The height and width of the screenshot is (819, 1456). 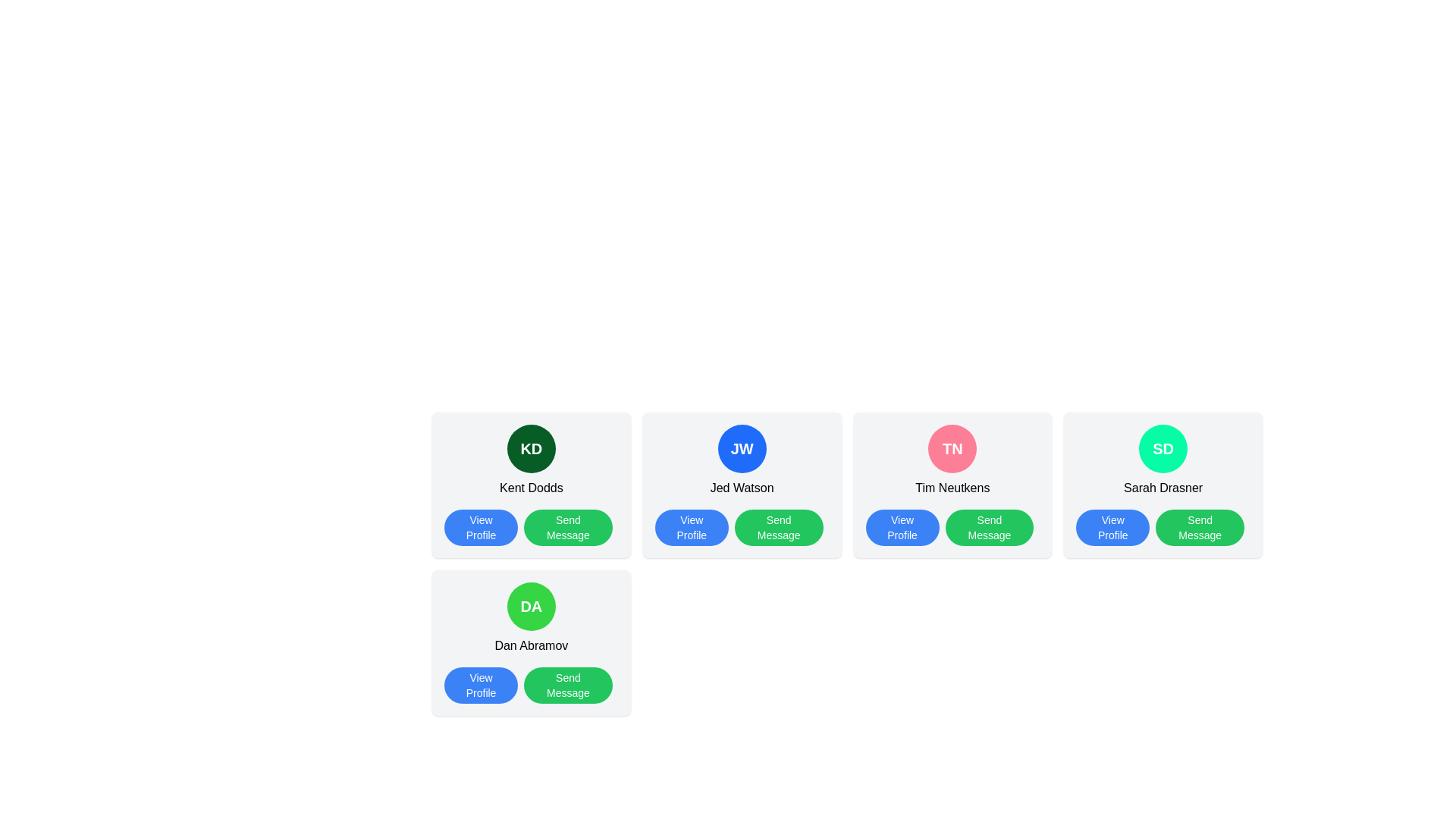 What do you see at coordinates (779, 526) in the screenshot?
I see `the green button labeled 'Send Message' located in the second card under 'Jed Watson'` at bounding box center [779, 526].